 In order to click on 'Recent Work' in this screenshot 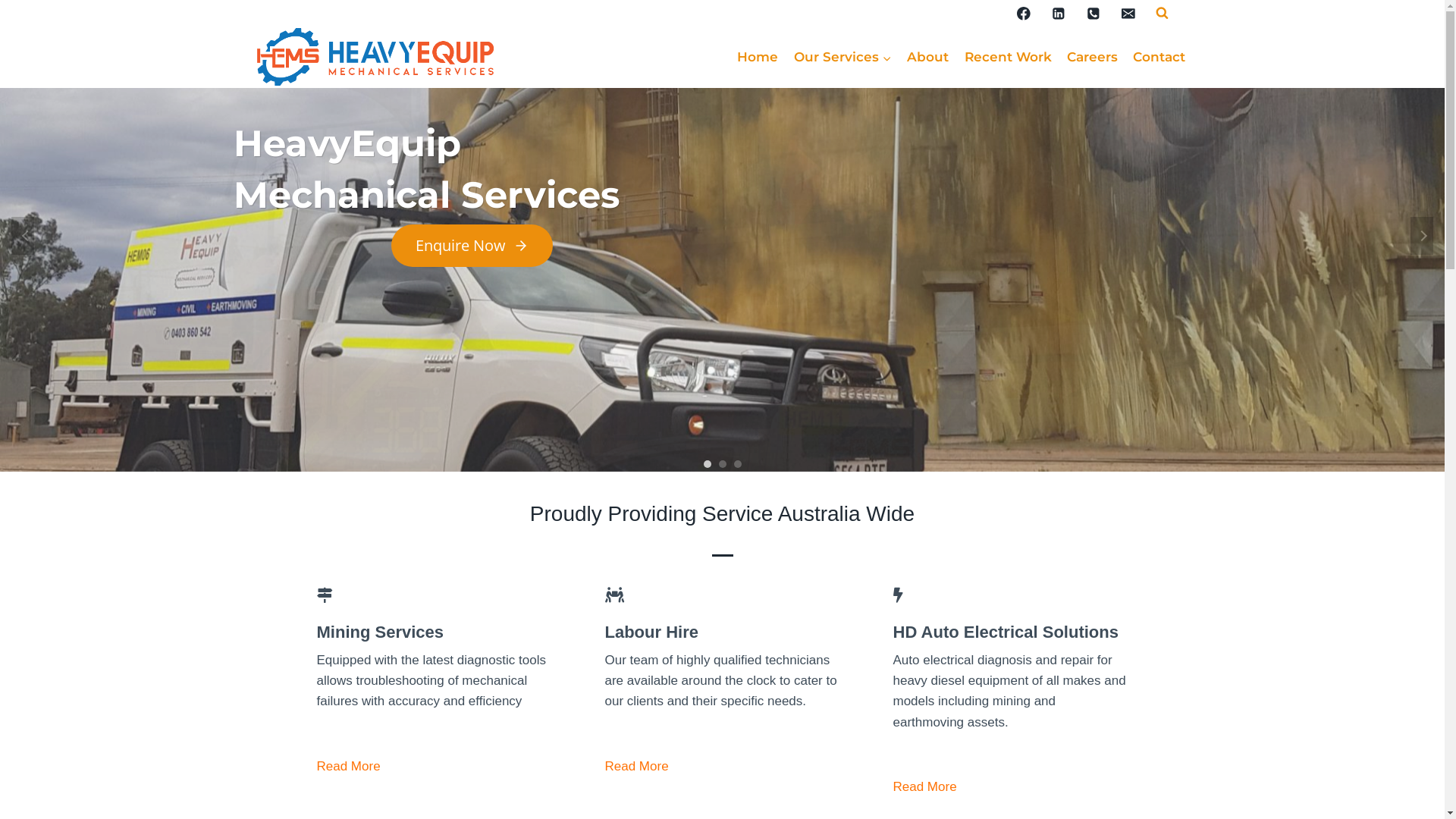, I will do `click(955, 57)`.